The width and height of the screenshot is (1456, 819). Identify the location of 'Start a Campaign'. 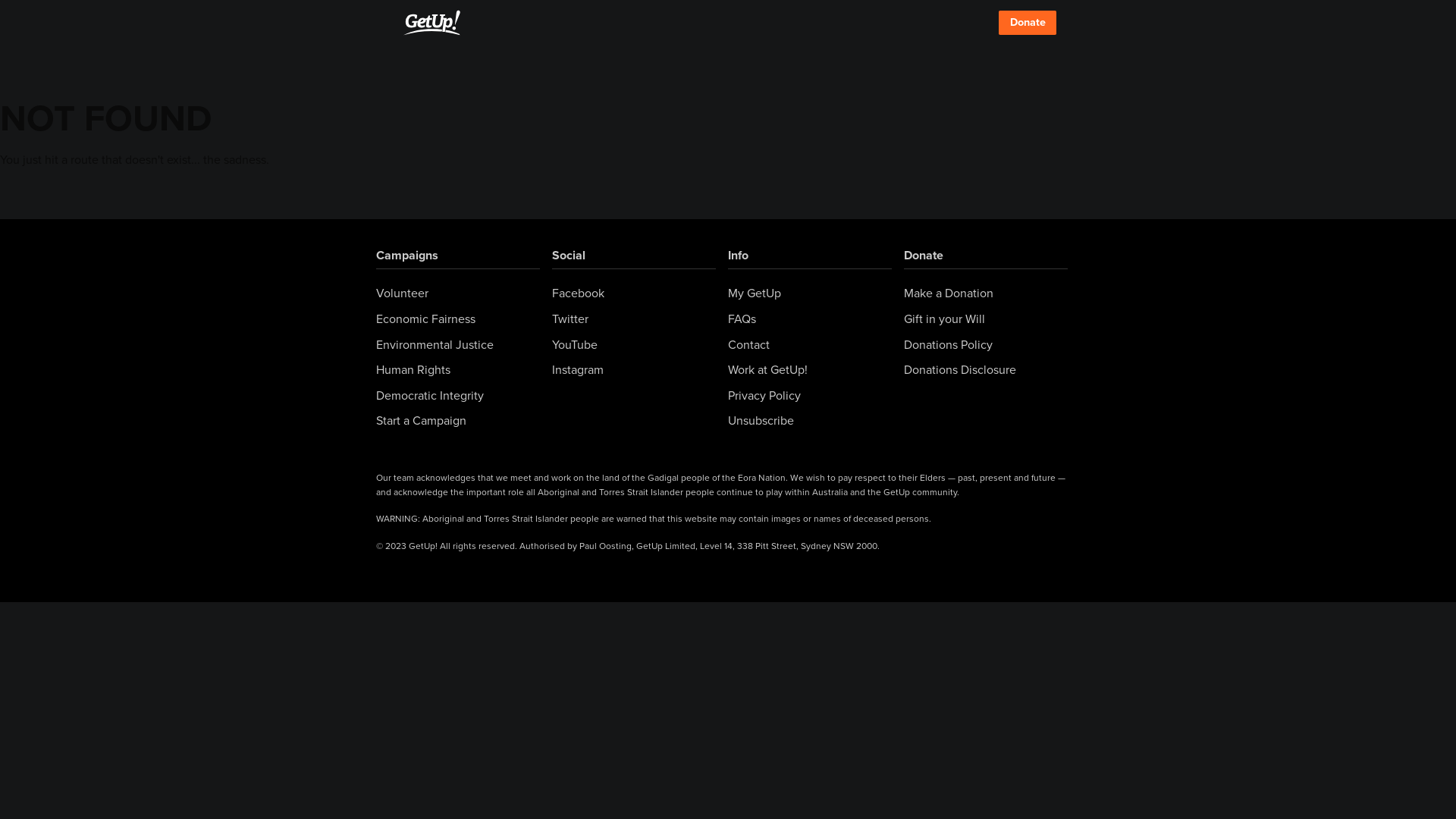
(375, 421).